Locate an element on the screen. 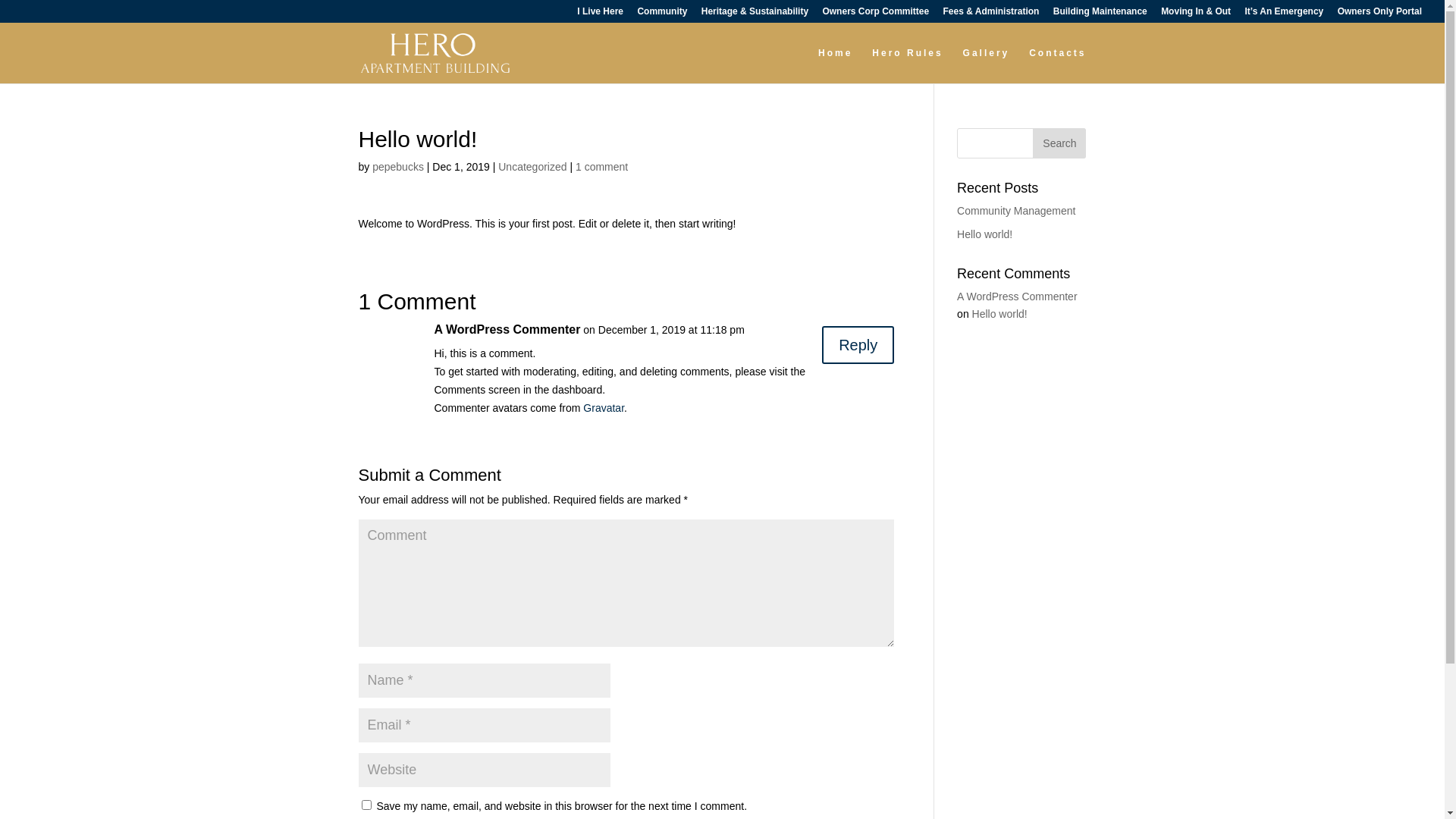  'Owners Only Portal' is located at coordinates (1379, 14).